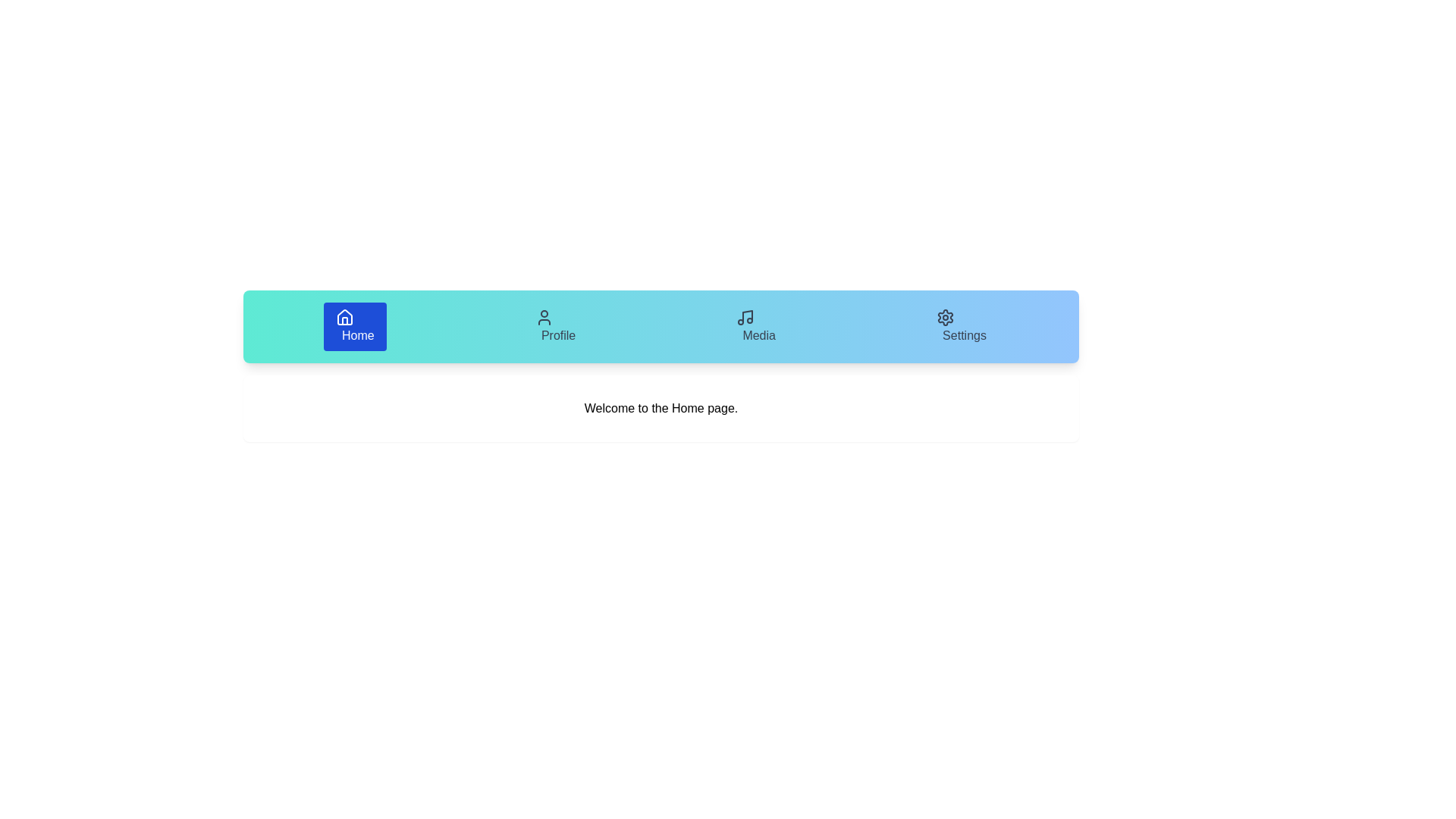 The image size is (1456, 819). I want to click on the tab labeled Home to evaluate its hover effect, so click(354, 326).